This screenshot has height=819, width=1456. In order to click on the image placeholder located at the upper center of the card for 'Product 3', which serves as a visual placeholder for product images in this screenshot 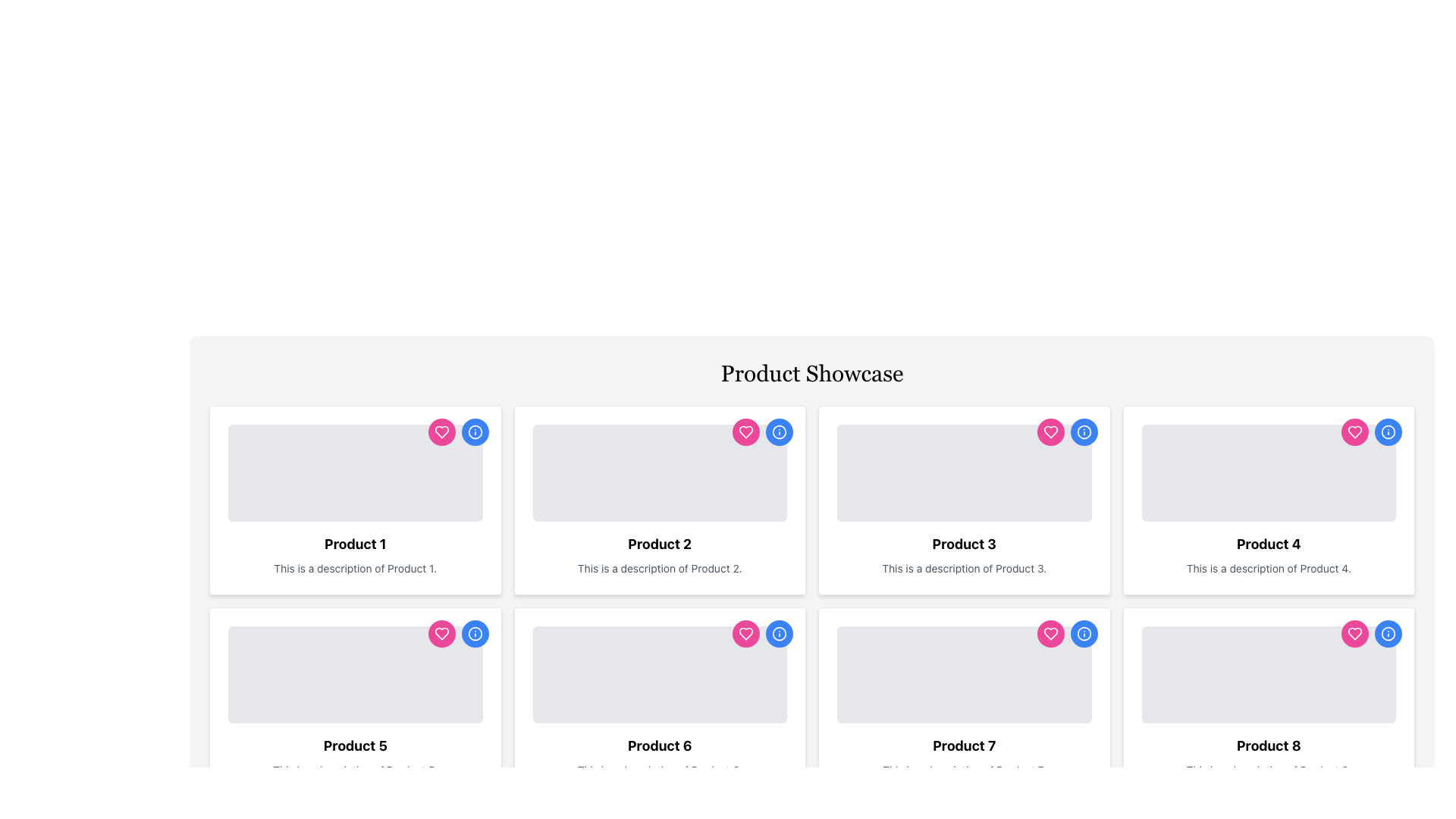, I will do `click(963, 472)`.